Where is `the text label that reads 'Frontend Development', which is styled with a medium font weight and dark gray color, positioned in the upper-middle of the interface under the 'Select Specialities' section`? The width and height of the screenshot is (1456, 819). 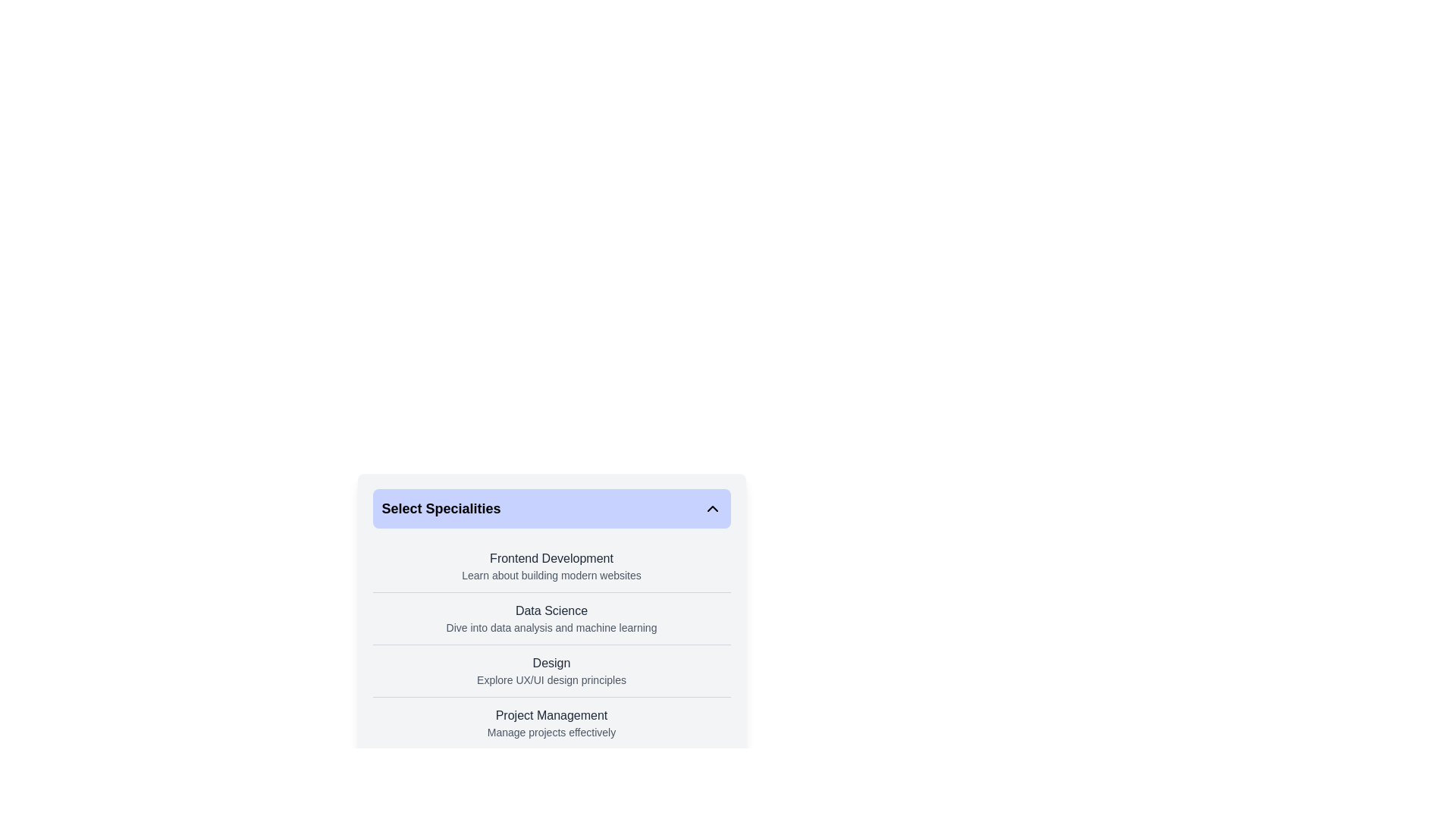 the text label that reads 'Frontend Development', which is styled with a medium font weight and dark gray color, positioned in the upper-middle of the interface under the 'Select Specialities' section is located at coordinates (551, 558).